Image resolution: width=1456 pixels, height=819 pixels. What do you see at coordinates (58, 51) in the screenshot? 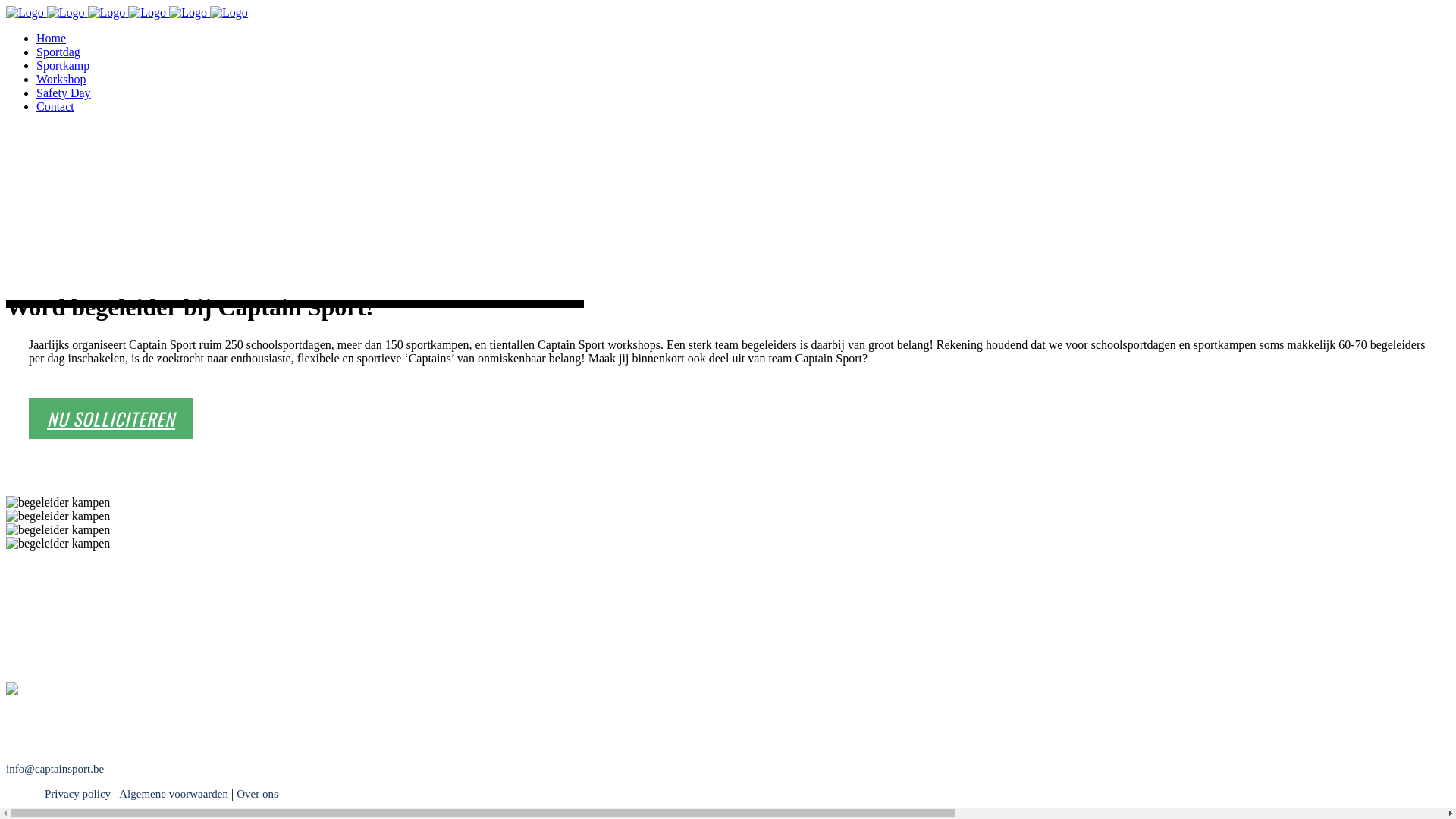
I see `'Sportdag'` at bounding box center [58, 51].